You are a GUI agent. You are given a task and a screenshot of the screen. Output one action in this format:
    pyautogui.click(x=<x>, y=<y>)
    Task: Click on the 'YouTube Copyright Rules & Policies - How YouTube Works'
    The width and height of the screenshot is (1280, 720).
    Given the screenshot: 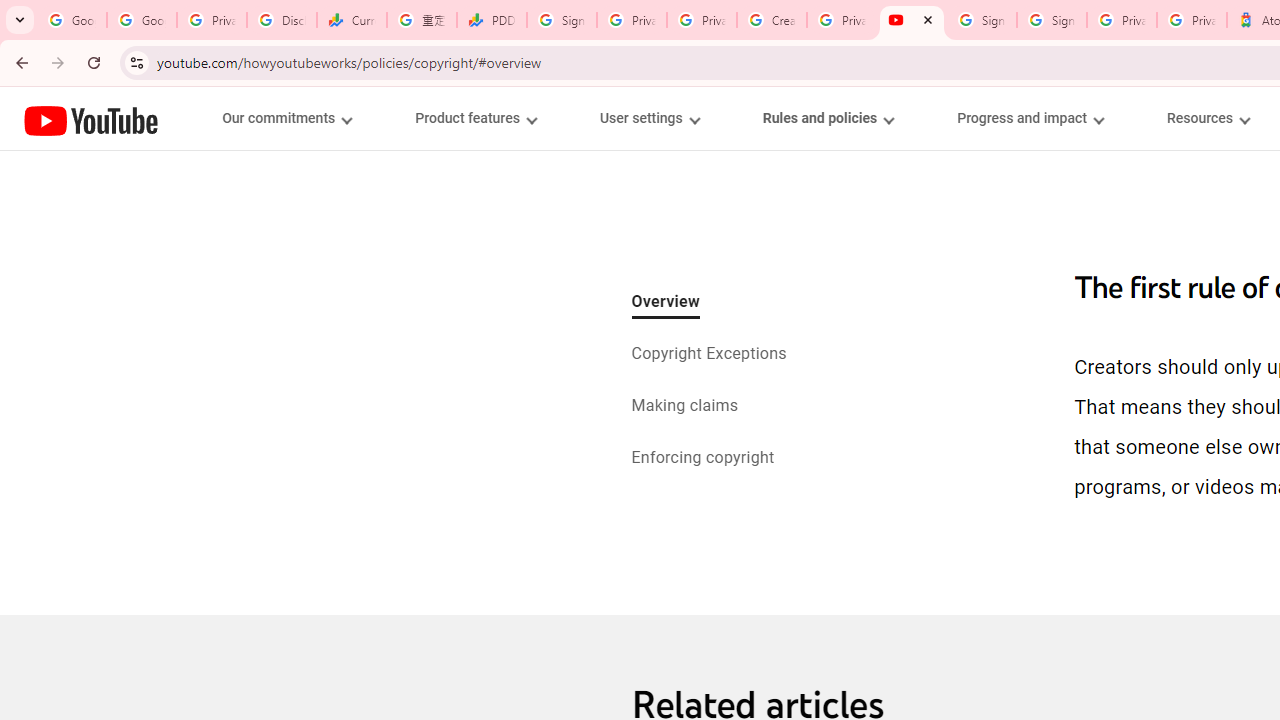 What is the action you would take?
    pyautogui.click(x=911, y=20)
    